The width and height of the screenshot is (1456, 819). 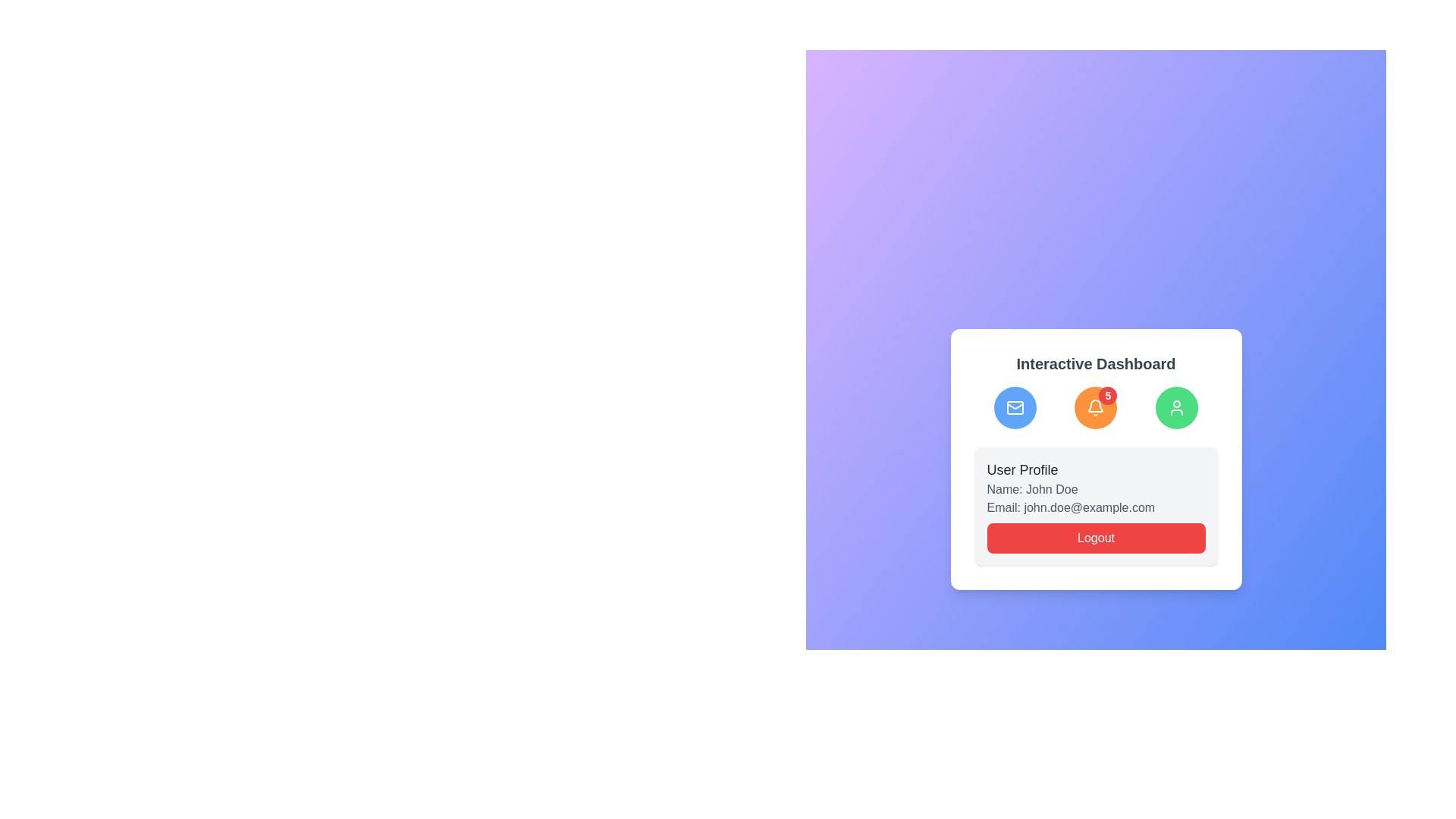 What do you see at coordinates (1176, 406) in the screenshot?
I see `the green circular button with white text and a user icon located in the top-right section of the 'Interactive Dashboard' card` at bounding box center [1176, 406].